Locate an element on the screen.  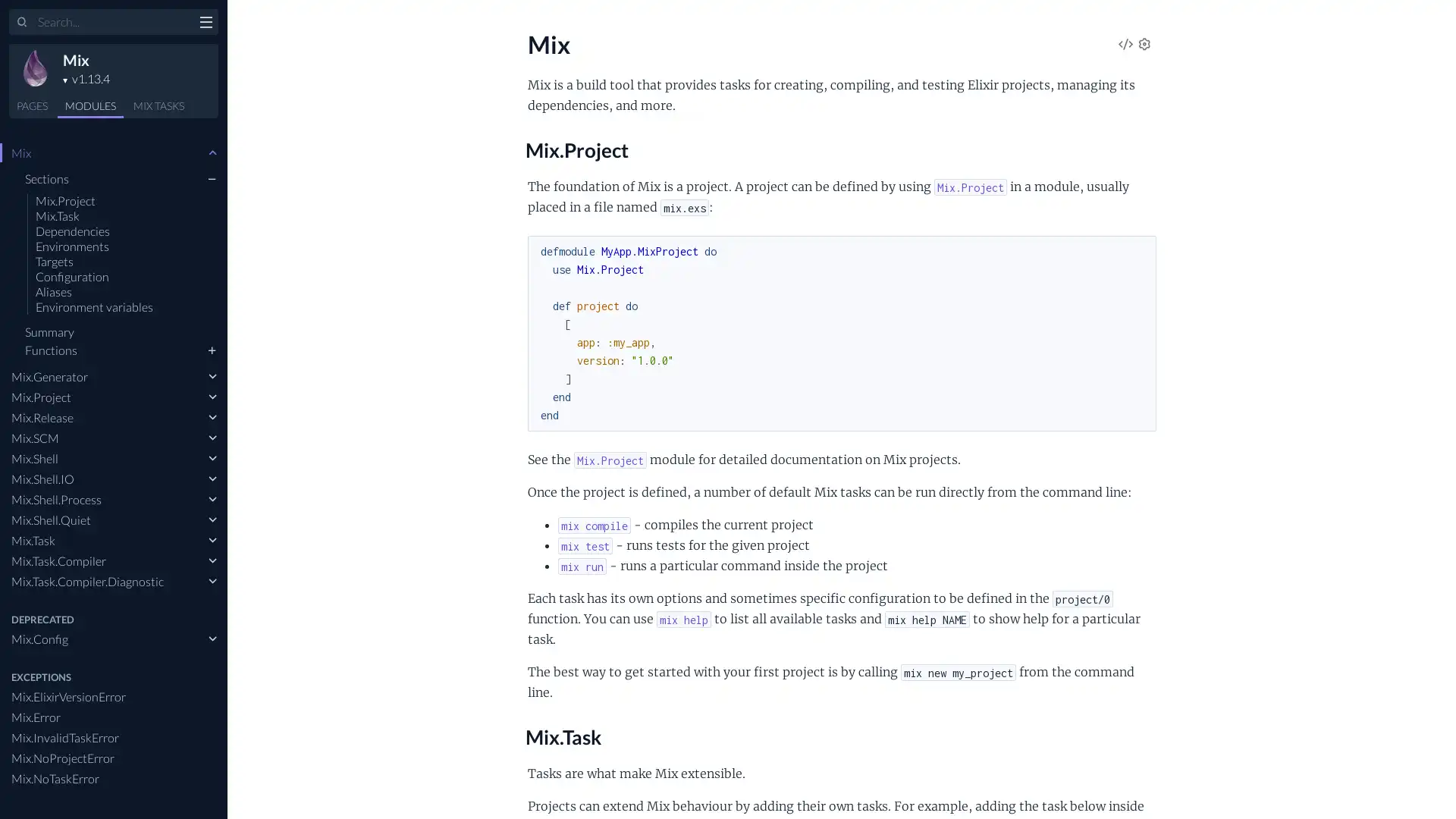
Settings is located at coordinates (1144, 45).